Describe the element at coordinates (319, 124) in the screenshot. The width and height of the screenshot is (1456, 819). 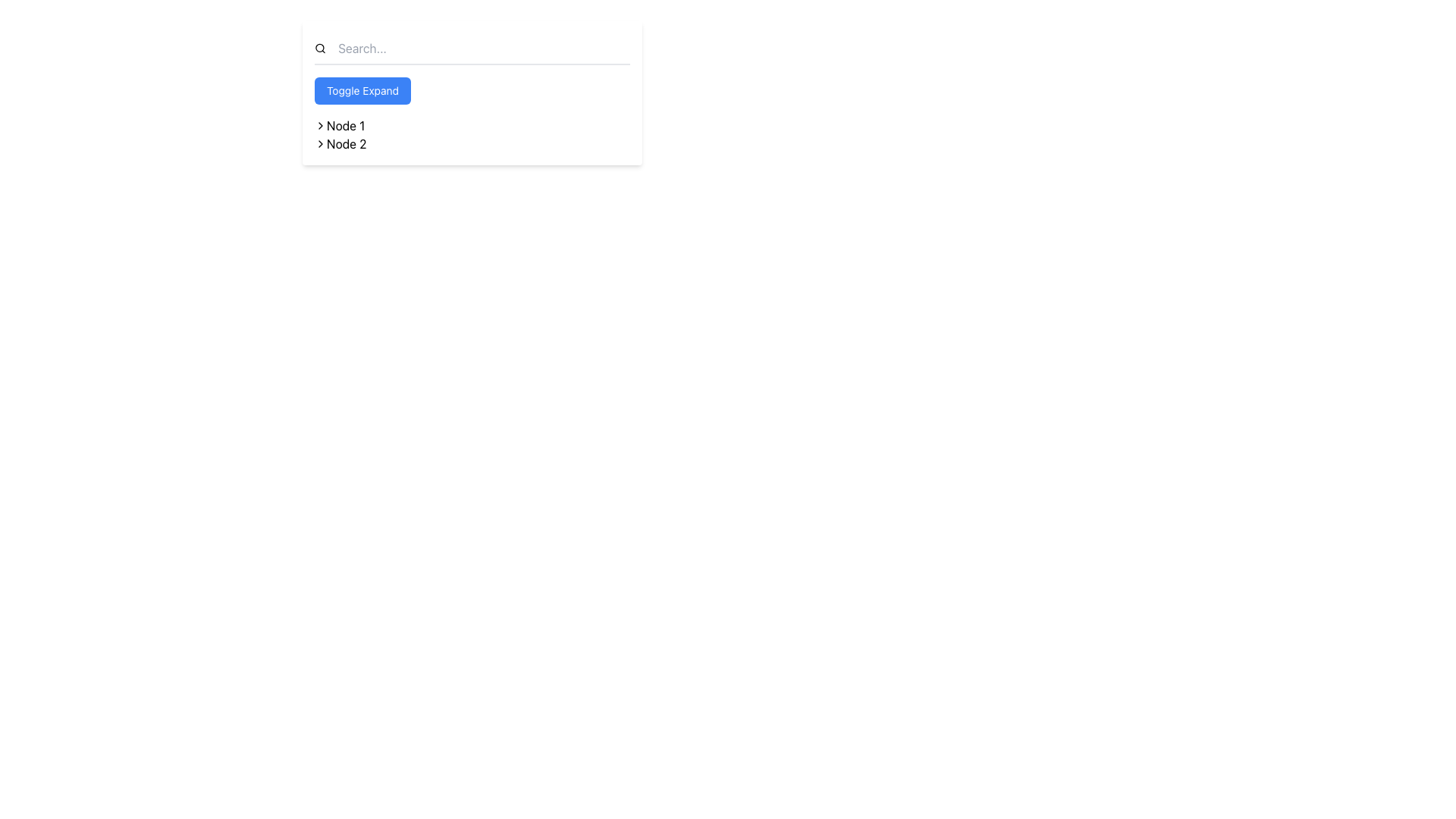
I see `the chevron arrow icon located on the left side of the list item labeled 'Node 1' for visual feedback` at that location.